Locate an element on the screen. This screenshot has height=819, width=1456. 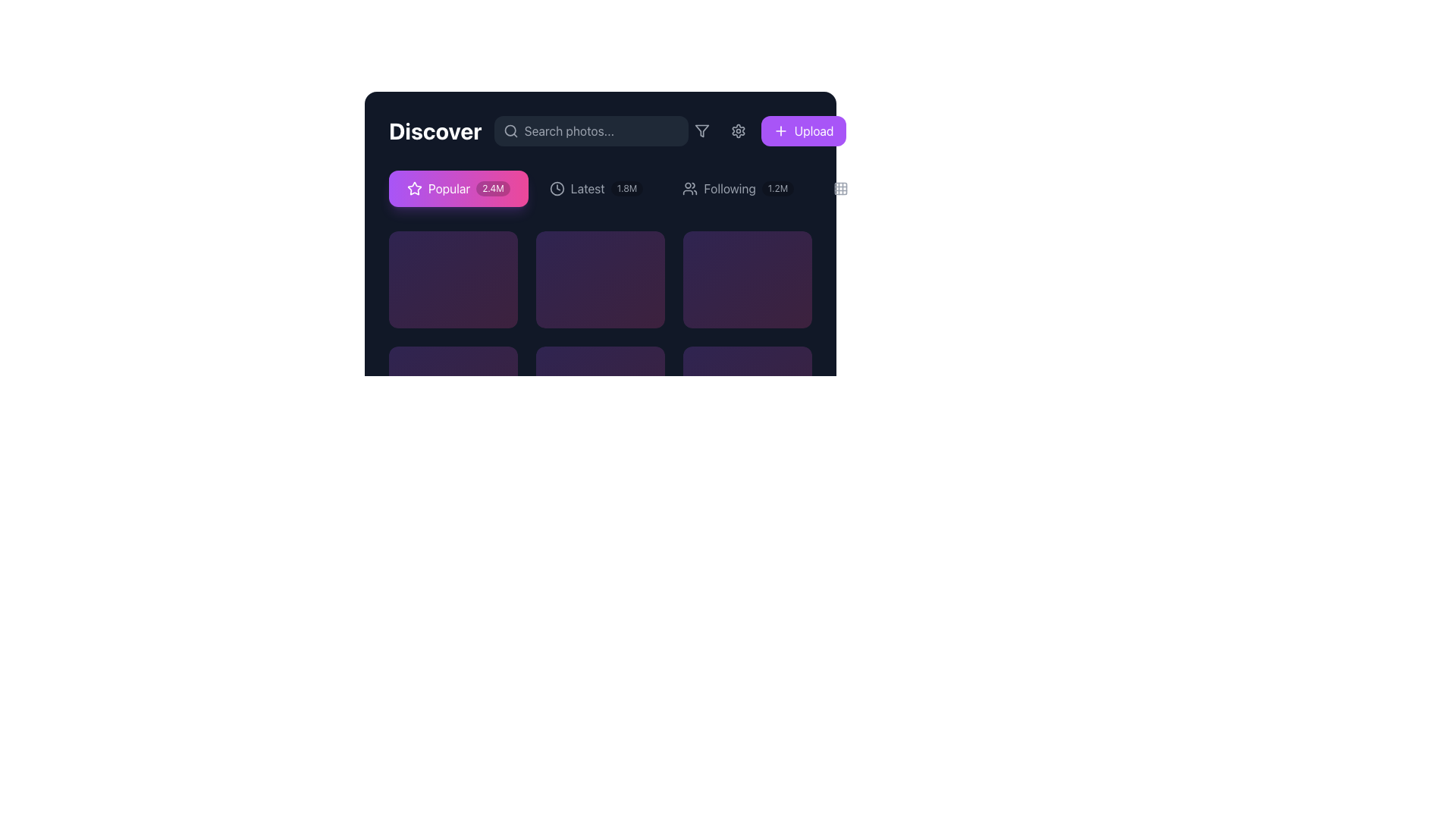
the gear-shaped icon button in the top-right corner of the dark-themed navigation bar is located at coordinates (738, 130).